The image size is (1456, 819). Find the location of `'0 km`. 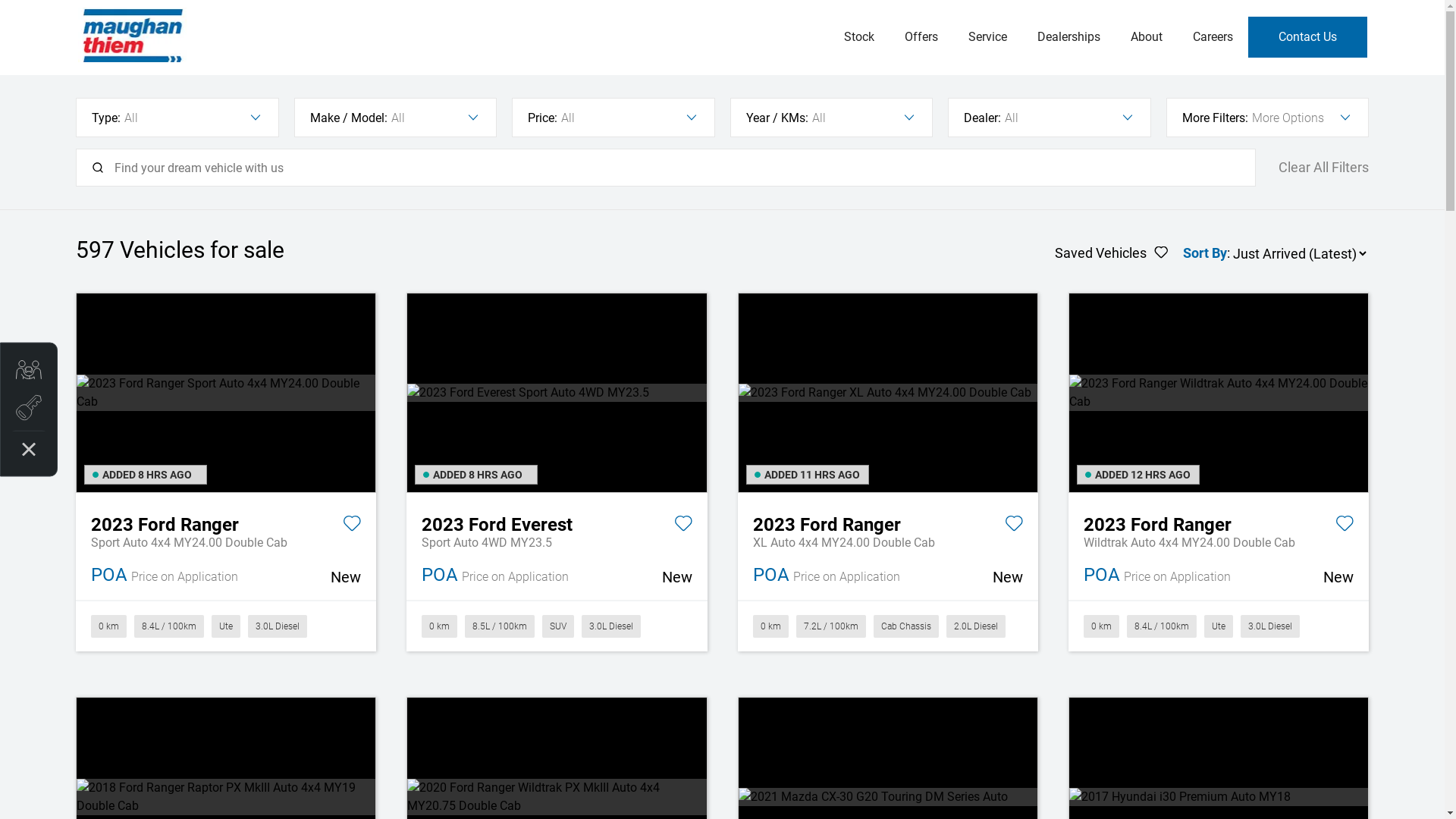

'0 km is located at coordinates (887, 626).